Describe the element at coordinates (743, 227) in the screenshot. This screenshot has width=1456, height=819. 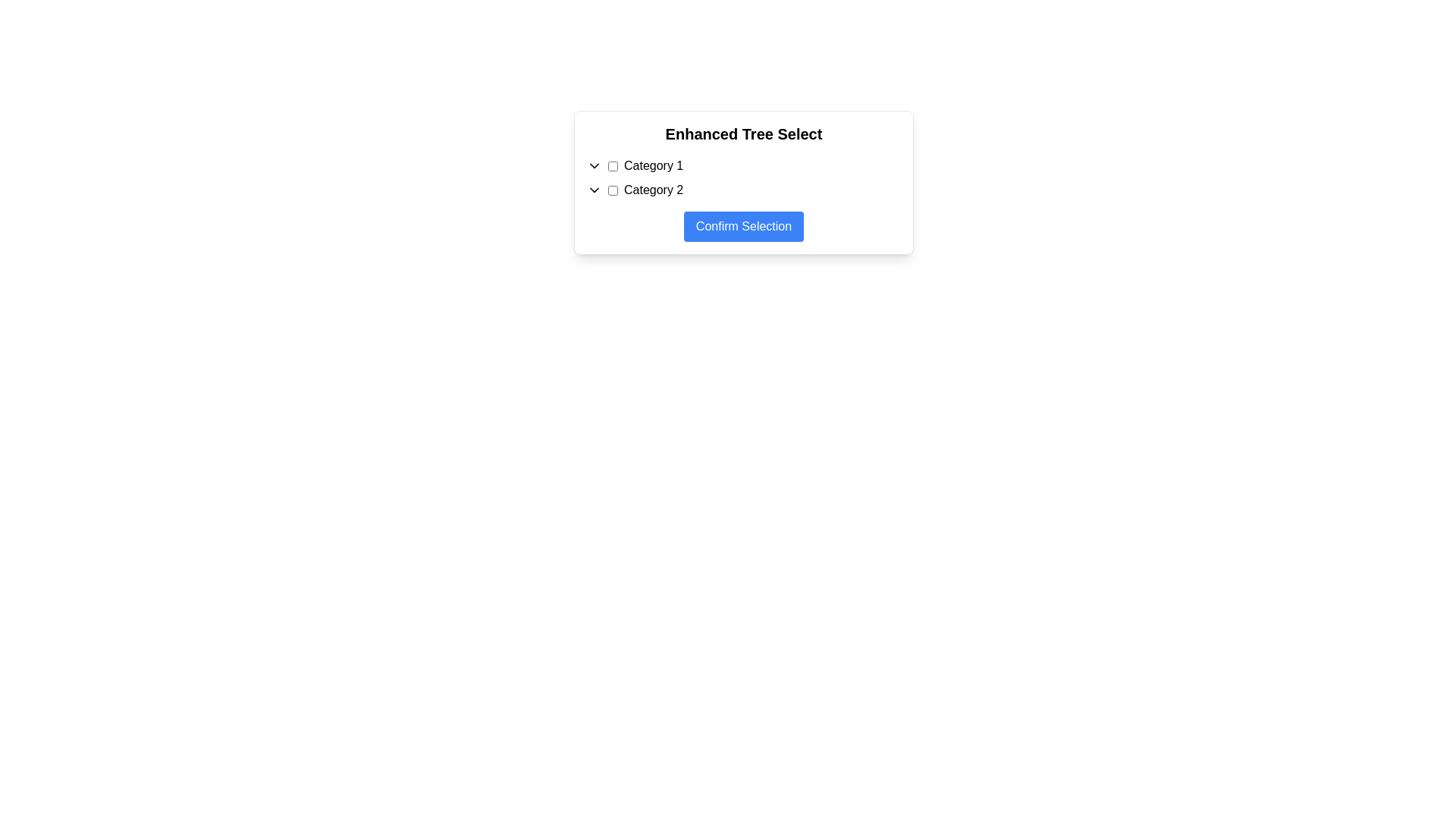
I see `the confirm button that is centrally located beneath the 'Category 1' and 'Category 2' options to observe the hover effect` at that location.